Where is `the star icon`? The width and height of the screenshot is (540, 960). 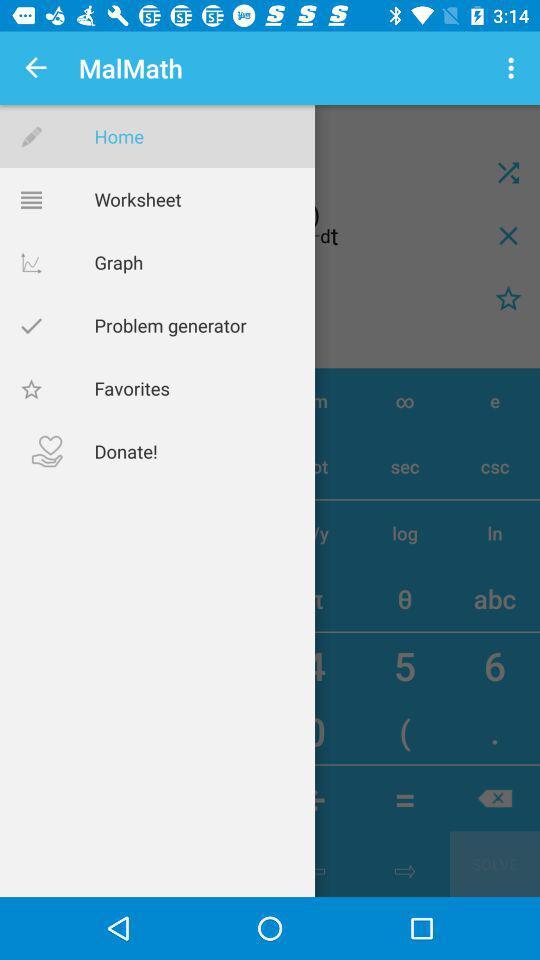 the star icon is located at coordinates (508, 297).